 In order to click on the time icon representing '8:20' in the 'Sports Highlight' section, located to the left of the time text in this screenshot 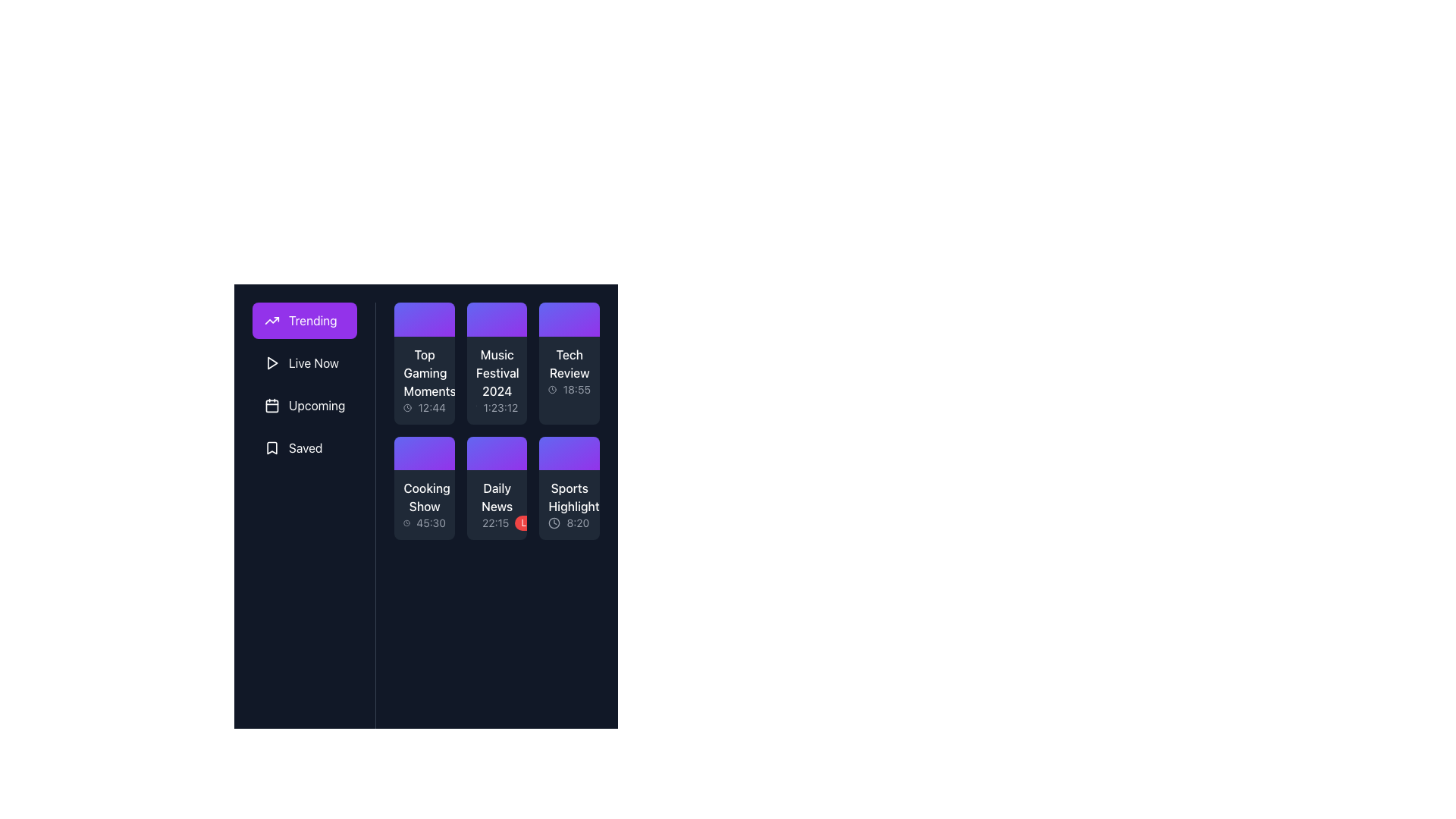, I will do `click(554, 522)`.